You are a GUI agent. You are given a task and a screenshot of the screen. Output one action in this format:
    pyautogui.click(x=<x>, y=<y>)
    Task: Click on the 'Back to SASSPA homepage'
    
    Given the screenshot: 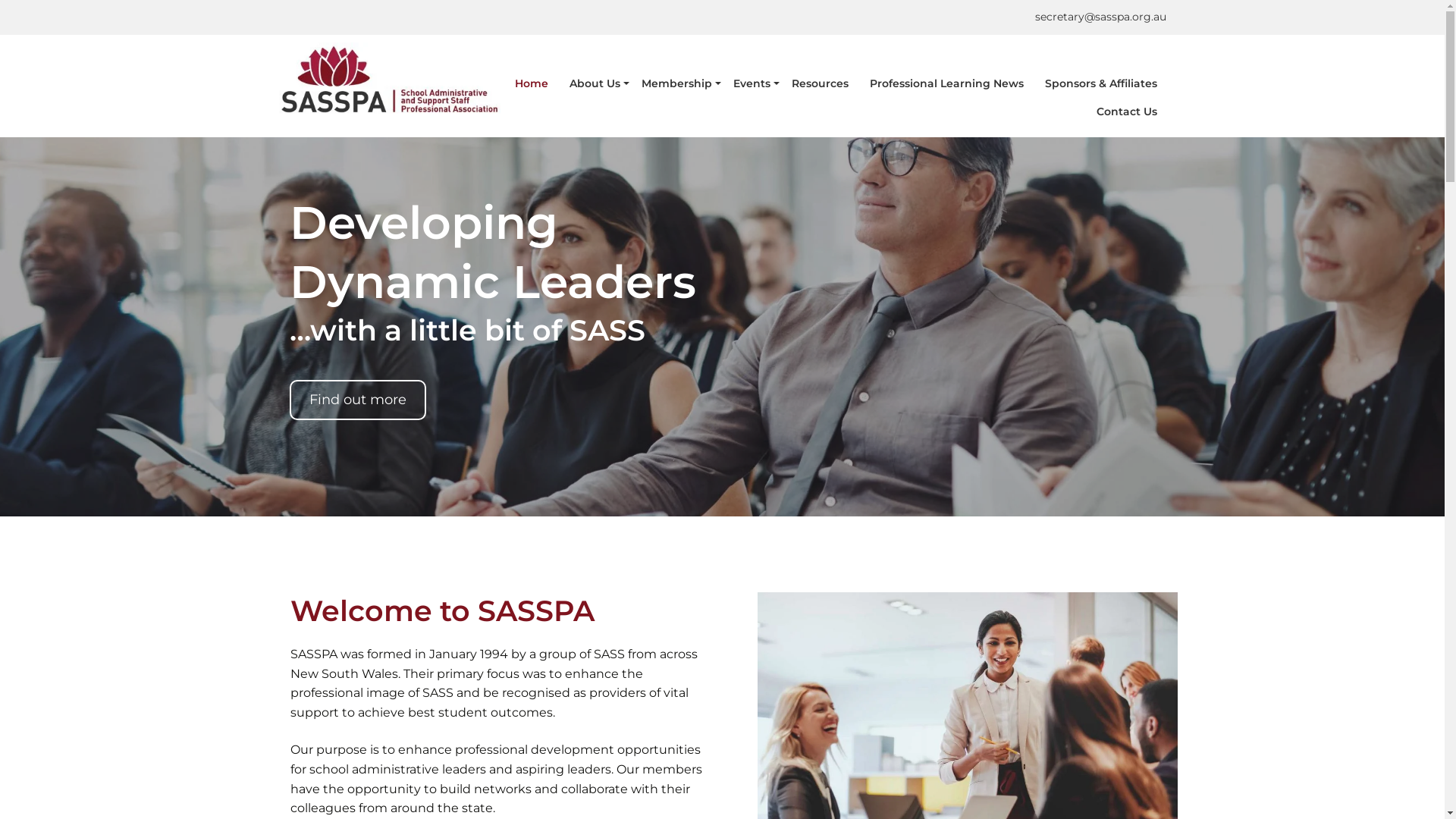 What is the action you would take?
    pyautogui.click(x=390, y=80)
    